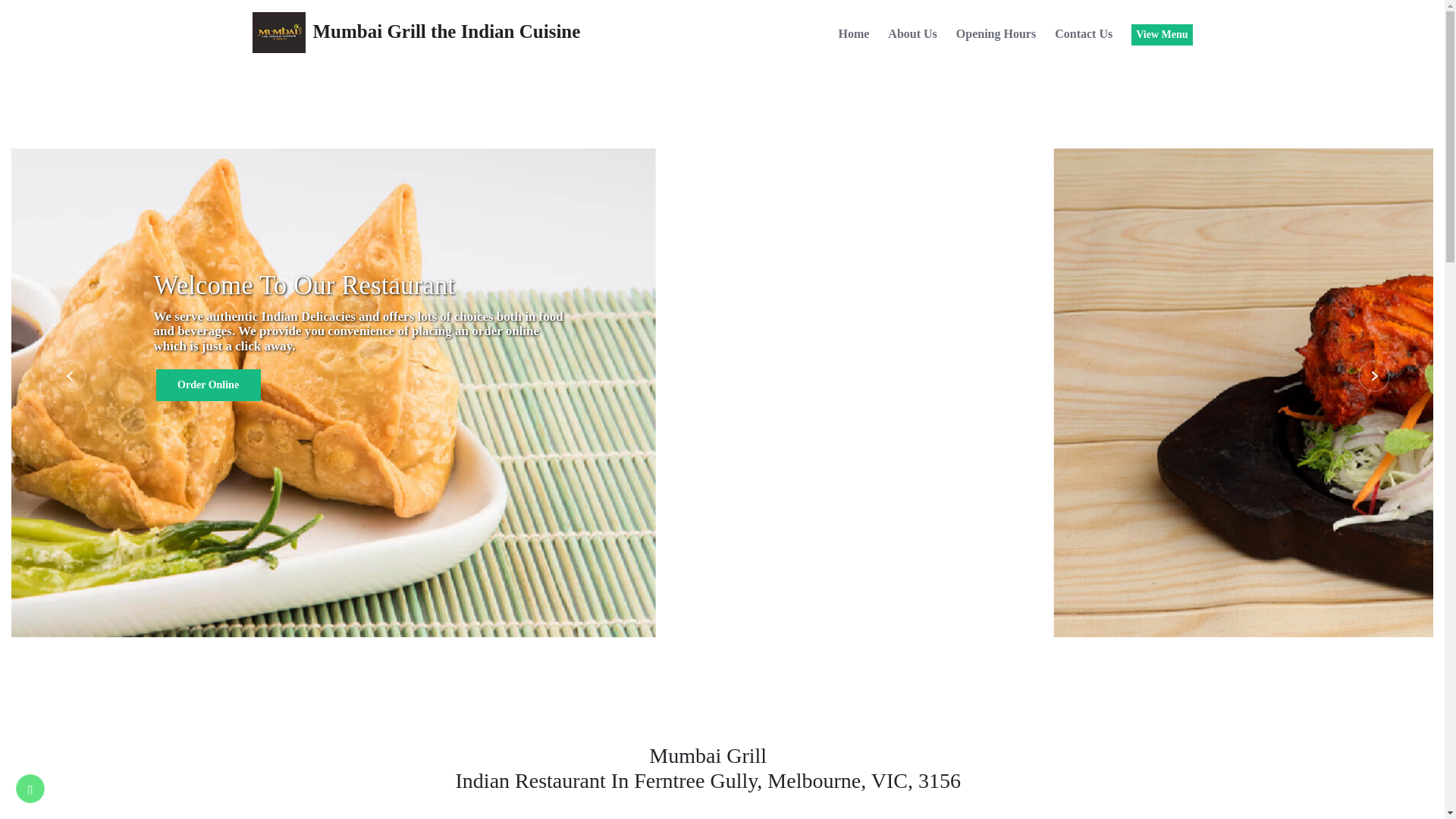 This screenshot has width=1456, height=819. I want to click on 'Order Online', so click(207, 384).